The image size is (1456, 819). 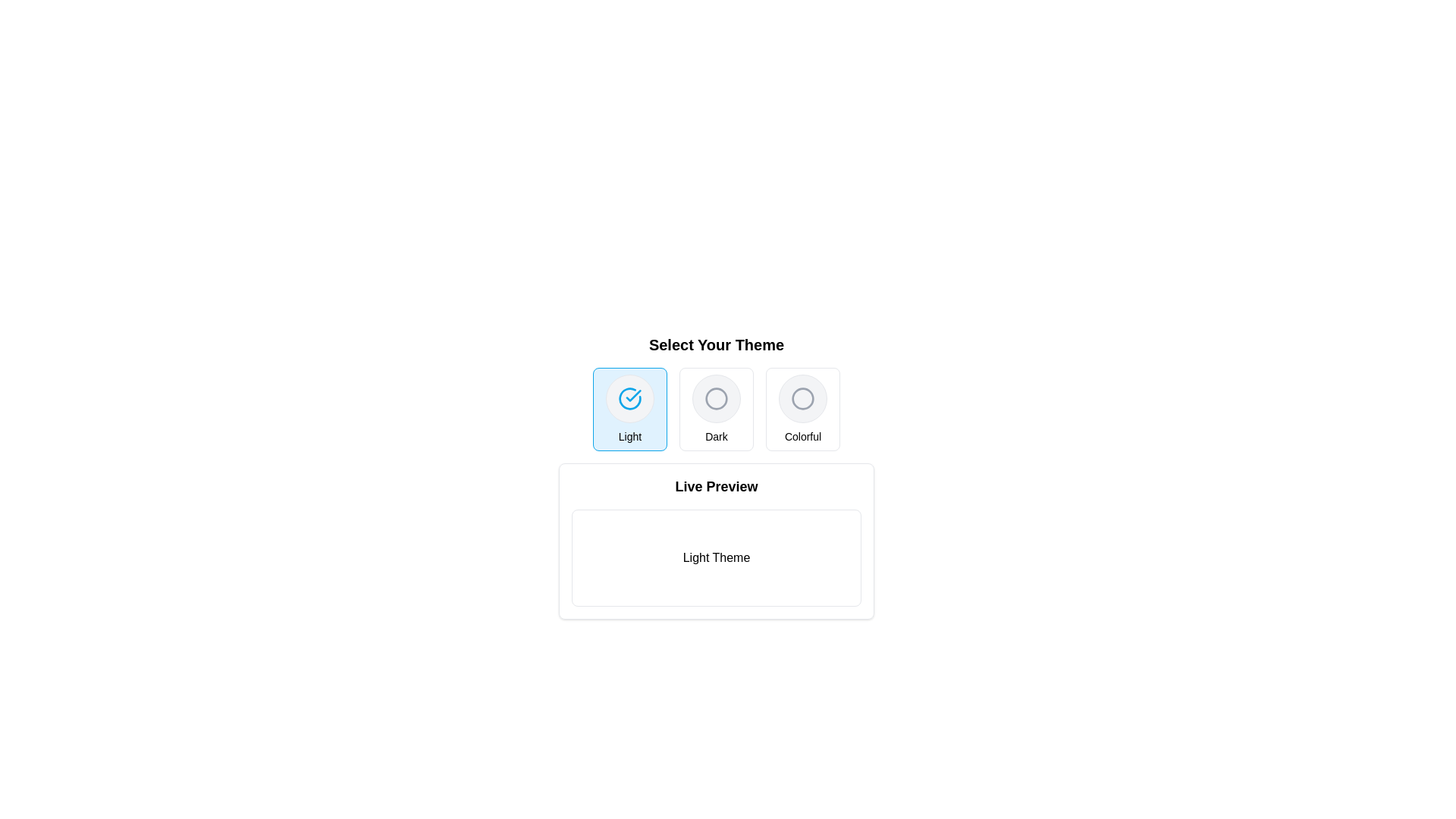 I want to click on the Button group with selectable options for choosing a theme located below the 'Select Your Theme' heading and above the 'Live Preview' section, so click(x=716, y=409).